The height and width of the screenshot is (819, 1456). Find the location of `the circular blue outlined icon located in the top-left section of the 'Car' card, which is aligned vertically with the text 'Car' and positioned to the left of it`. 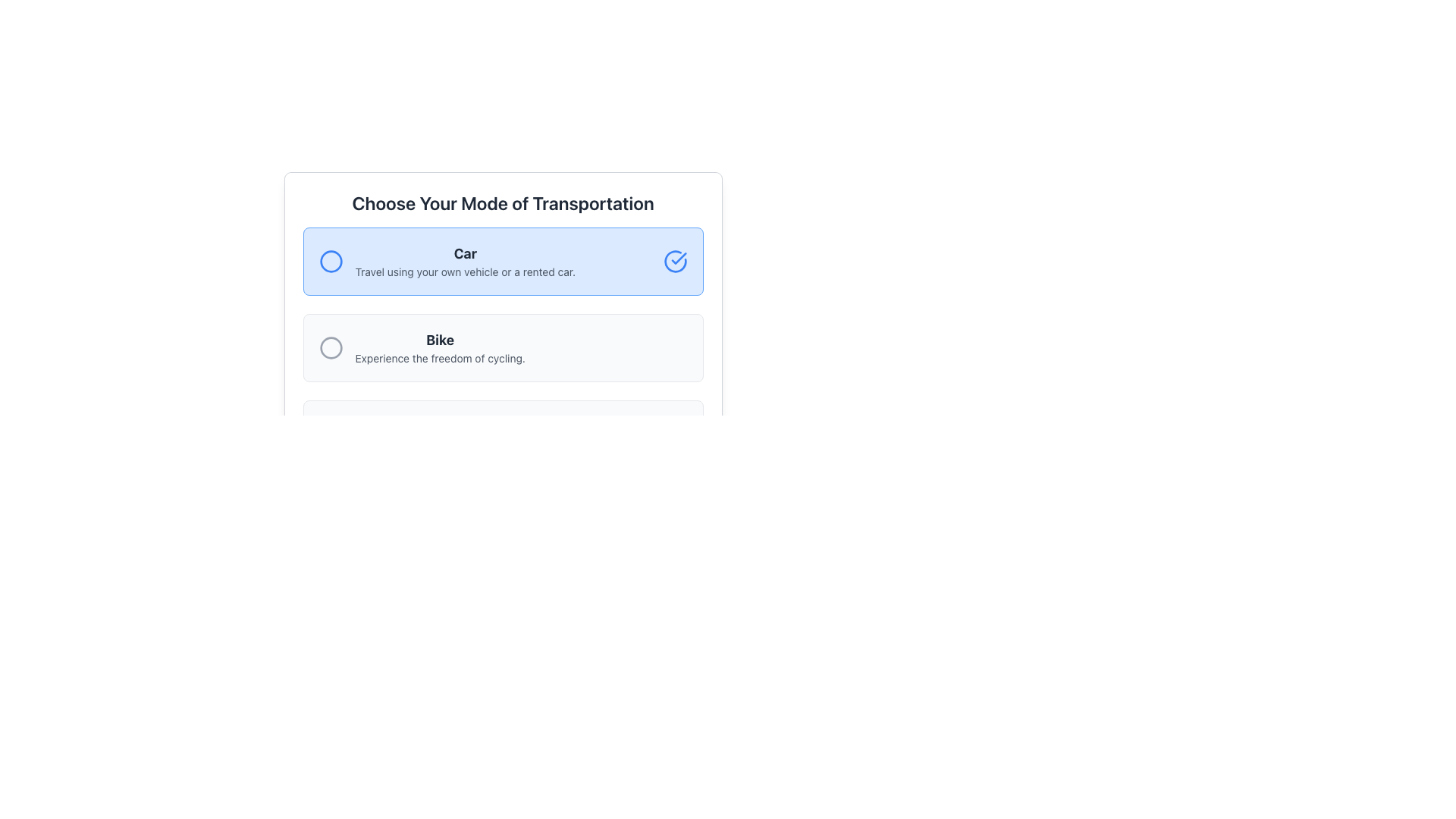

the circular blue outlined icon located in the top-left section of the 'Car' card, which is aligned vertically with the text 'Car' and positioned to the left of it is located at coordinates (330, 260).